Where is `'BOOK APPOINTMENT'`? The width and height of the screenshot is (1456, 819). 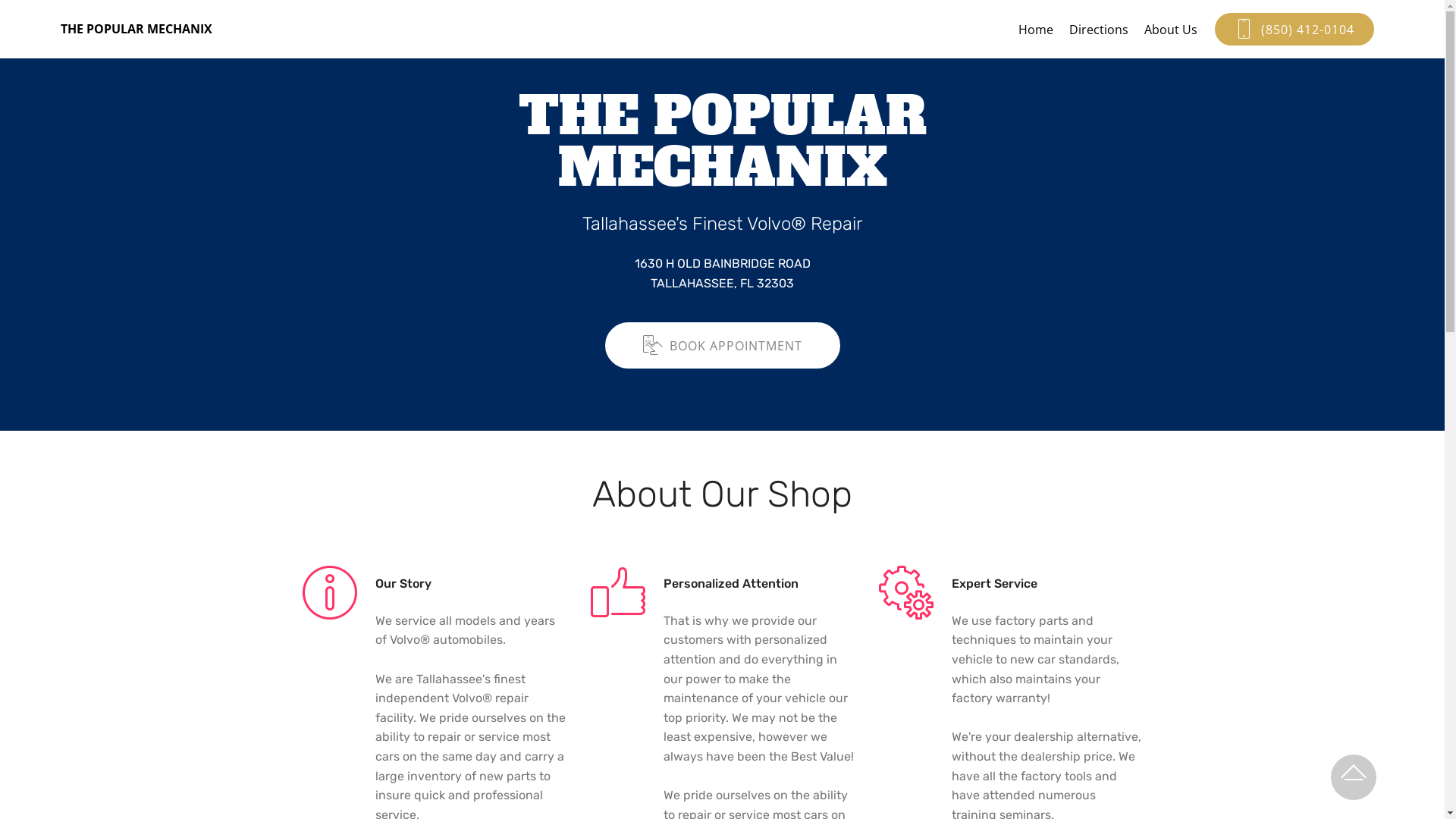 'BOOK APPOINTMENT' is located at coordinates (722, 345).